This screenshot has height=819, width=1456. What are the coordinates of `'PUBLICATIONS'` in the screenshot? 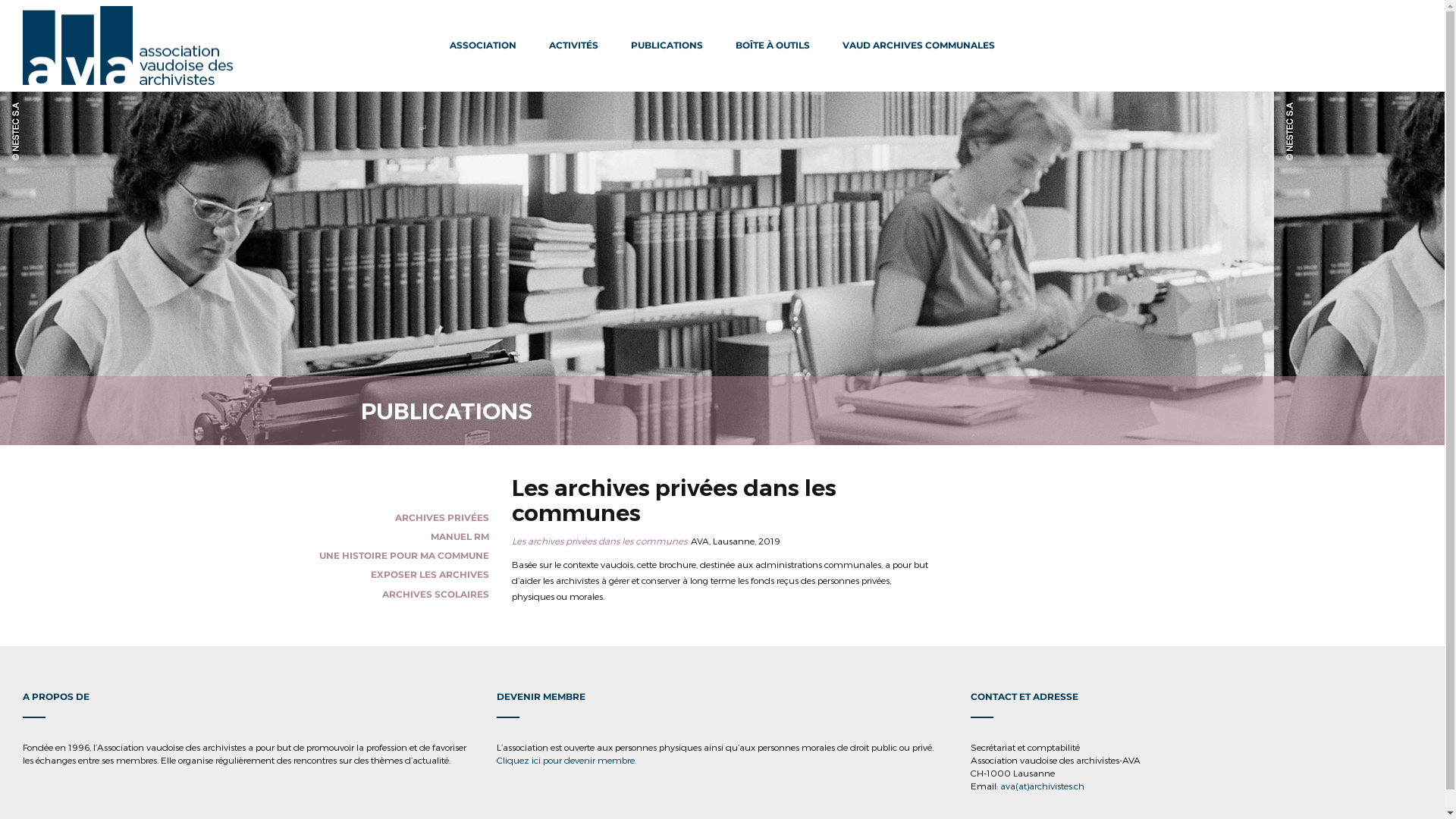 It's located at (667, 45).